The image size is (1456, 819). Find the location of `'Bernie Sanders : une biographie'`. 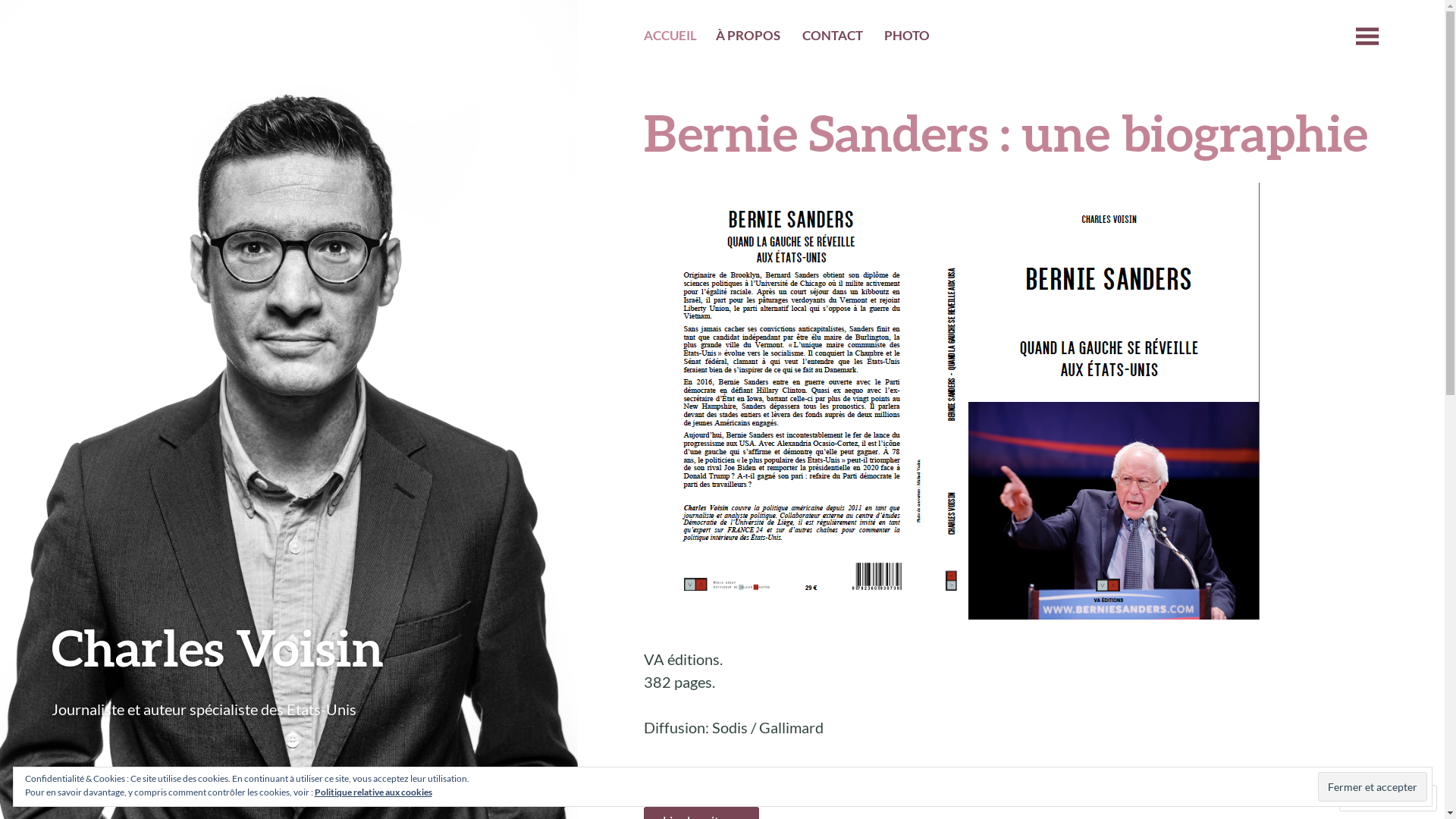

'Bernie Sanders : une biographie' is located at coordinates (1006, 131).